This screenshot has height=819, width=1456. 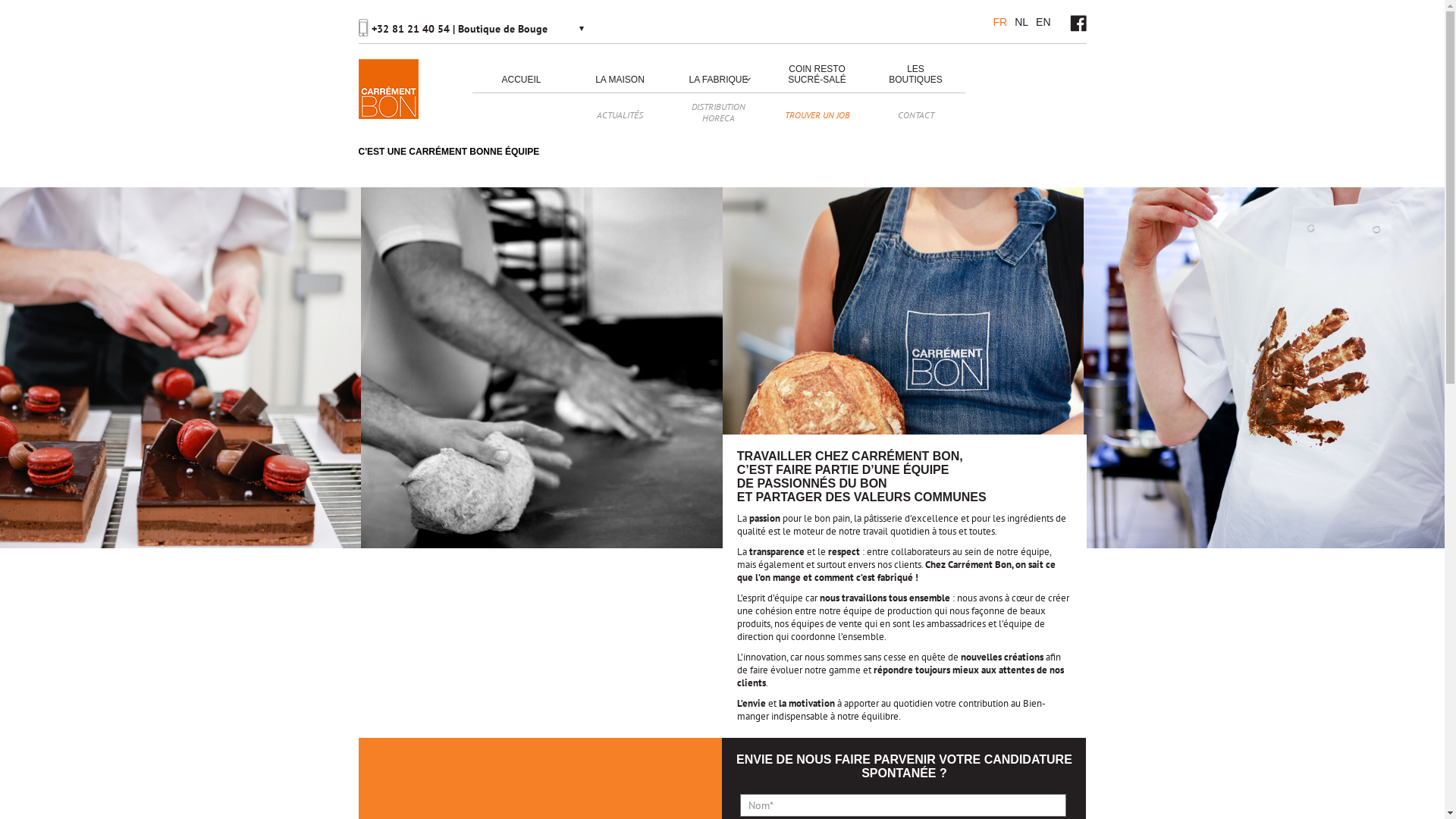 I want to click on 'TROUVER UN JOB', so click(x=767, y=110).